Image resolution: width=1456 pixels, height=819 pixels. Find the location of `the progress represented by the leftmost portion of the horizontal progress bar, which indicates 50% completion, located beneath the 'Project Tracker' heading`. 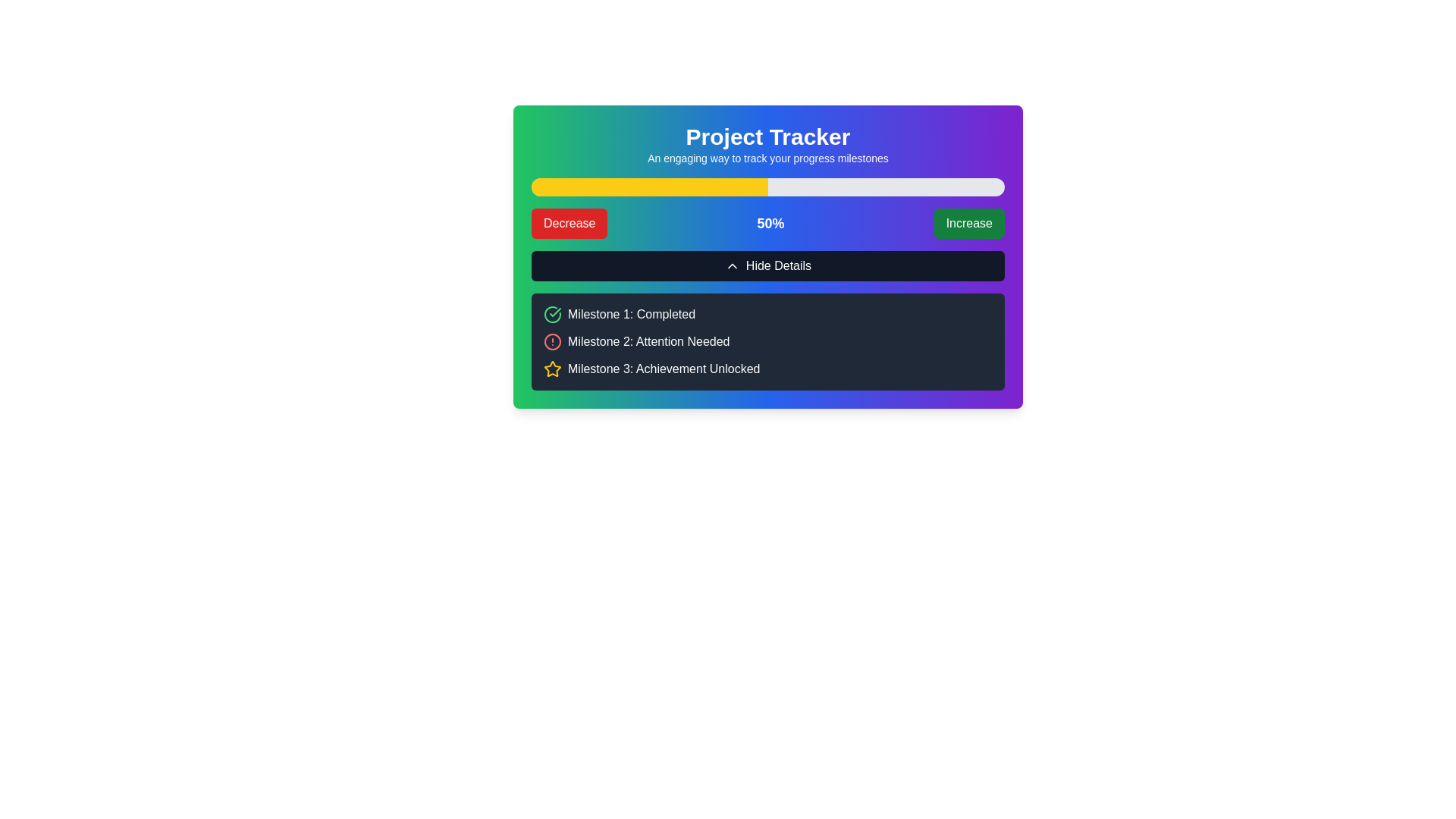

the progress represented by the leftmost portion of the horizontal progress bar, which indicates 50% completion, located beneath the 'Project Tracker' heading is located at coordinates (650, 186).